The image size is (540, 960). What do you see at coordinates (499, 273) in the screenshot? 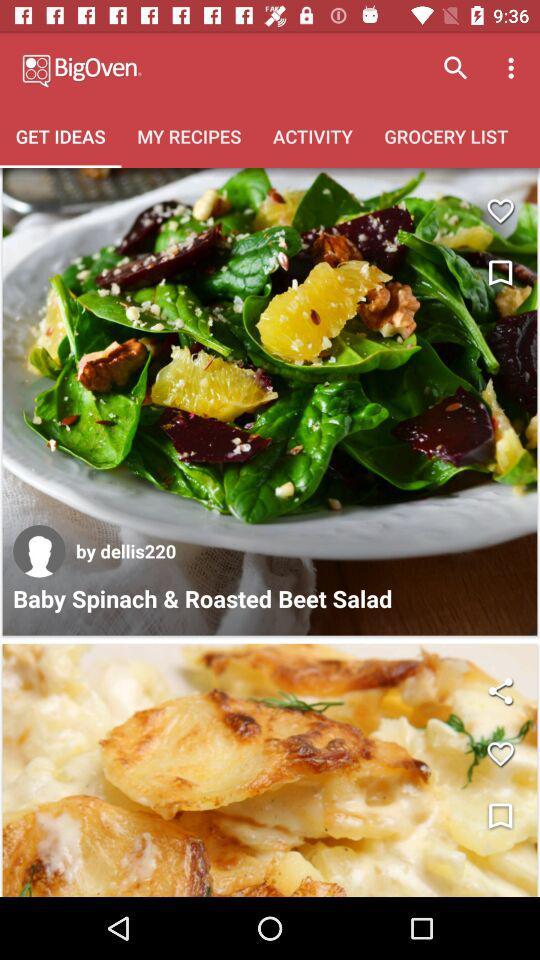
I see `bookmark this` at bounding box center [499, 273].